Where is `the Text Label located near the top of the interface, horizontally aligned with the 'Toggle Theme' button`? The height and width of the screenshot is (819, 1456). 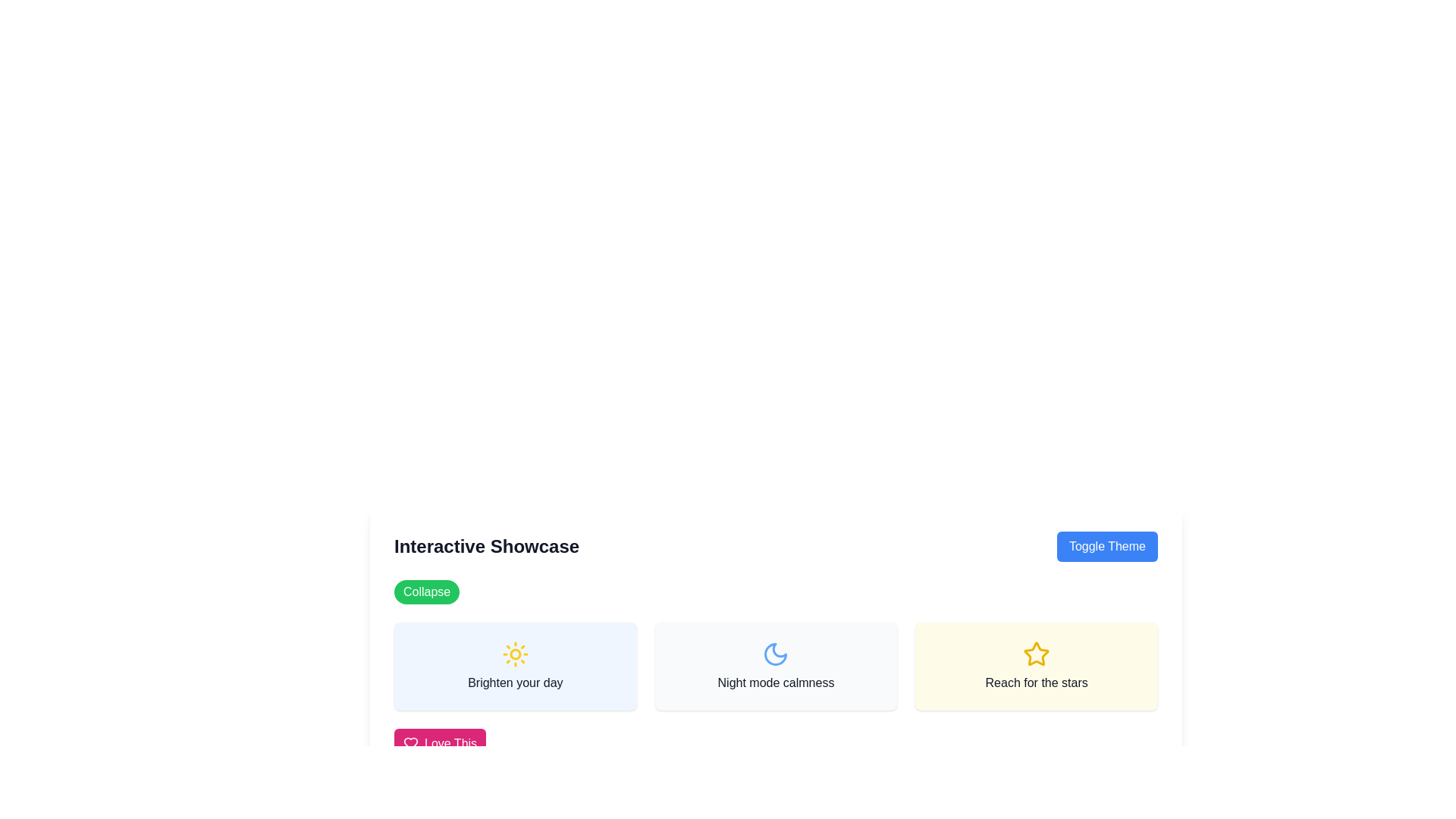
the Text Label located near the top of the interface, horizontally aligned with the 'Toggle Theme' button is located at coordinates (487, 547).